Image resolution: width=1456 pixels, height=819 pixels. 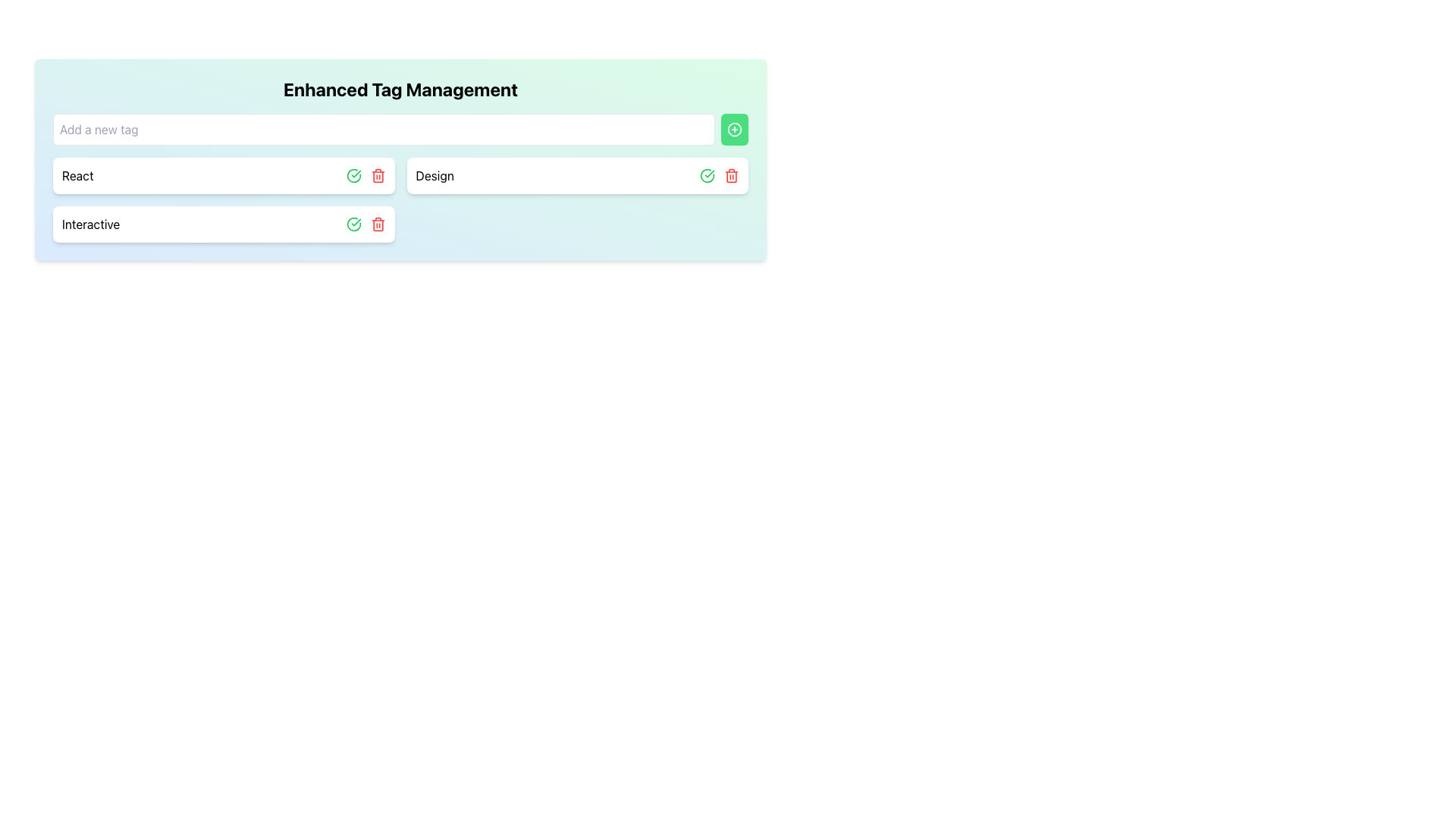 I want to click on the green circular confirmation icon with a checkmark located adjacent to the 'Design' tag, specifically the first icon in the group to the left of the red trash bin icon, so click(x=706, y=174).